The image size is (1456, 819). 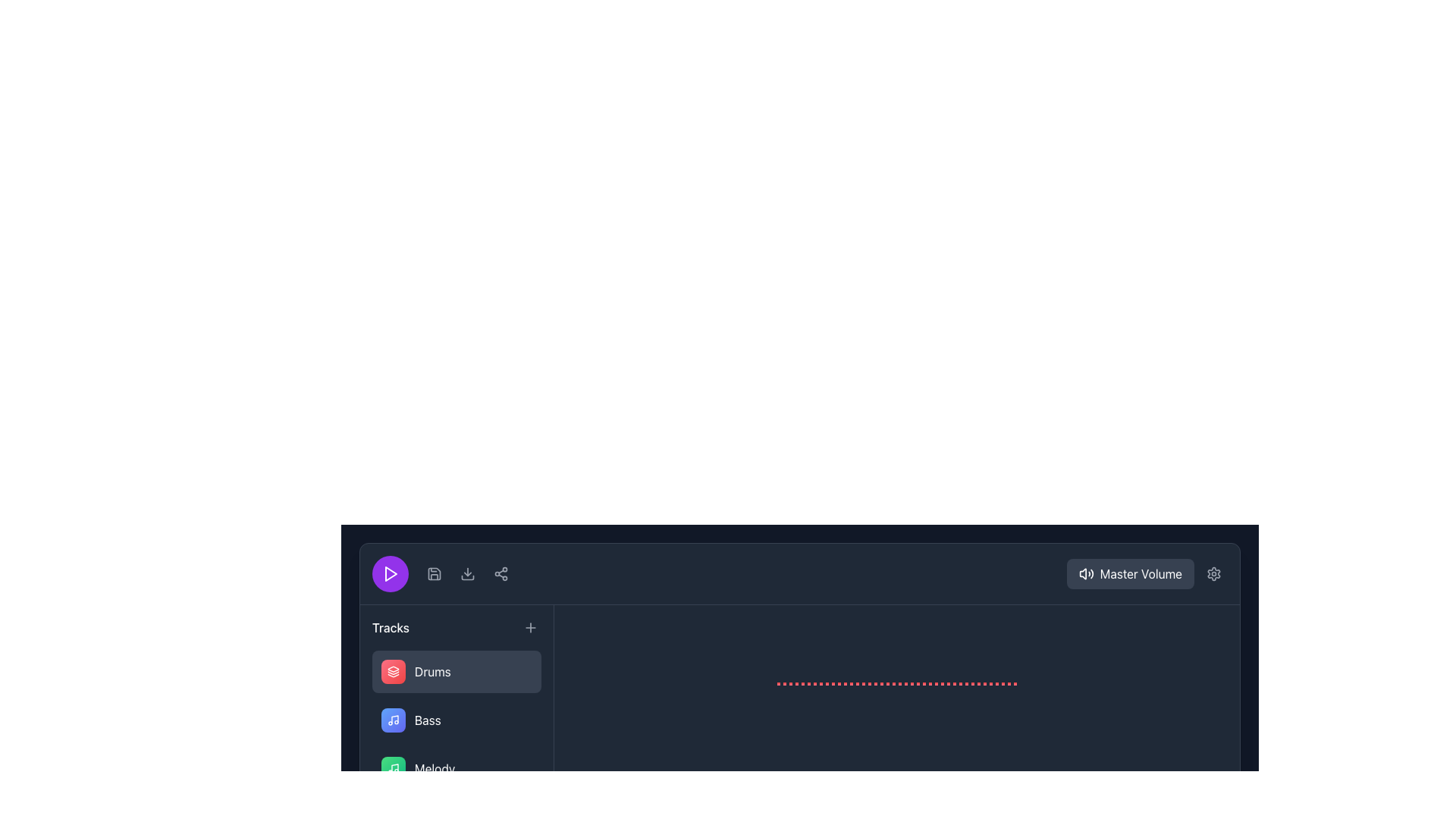 What do you see at coordinates (1082, 573) in the screenshot?
I see `the leftmost component of the visual audio control representation within the volume control icon group` at bounding box center [1082, 573].